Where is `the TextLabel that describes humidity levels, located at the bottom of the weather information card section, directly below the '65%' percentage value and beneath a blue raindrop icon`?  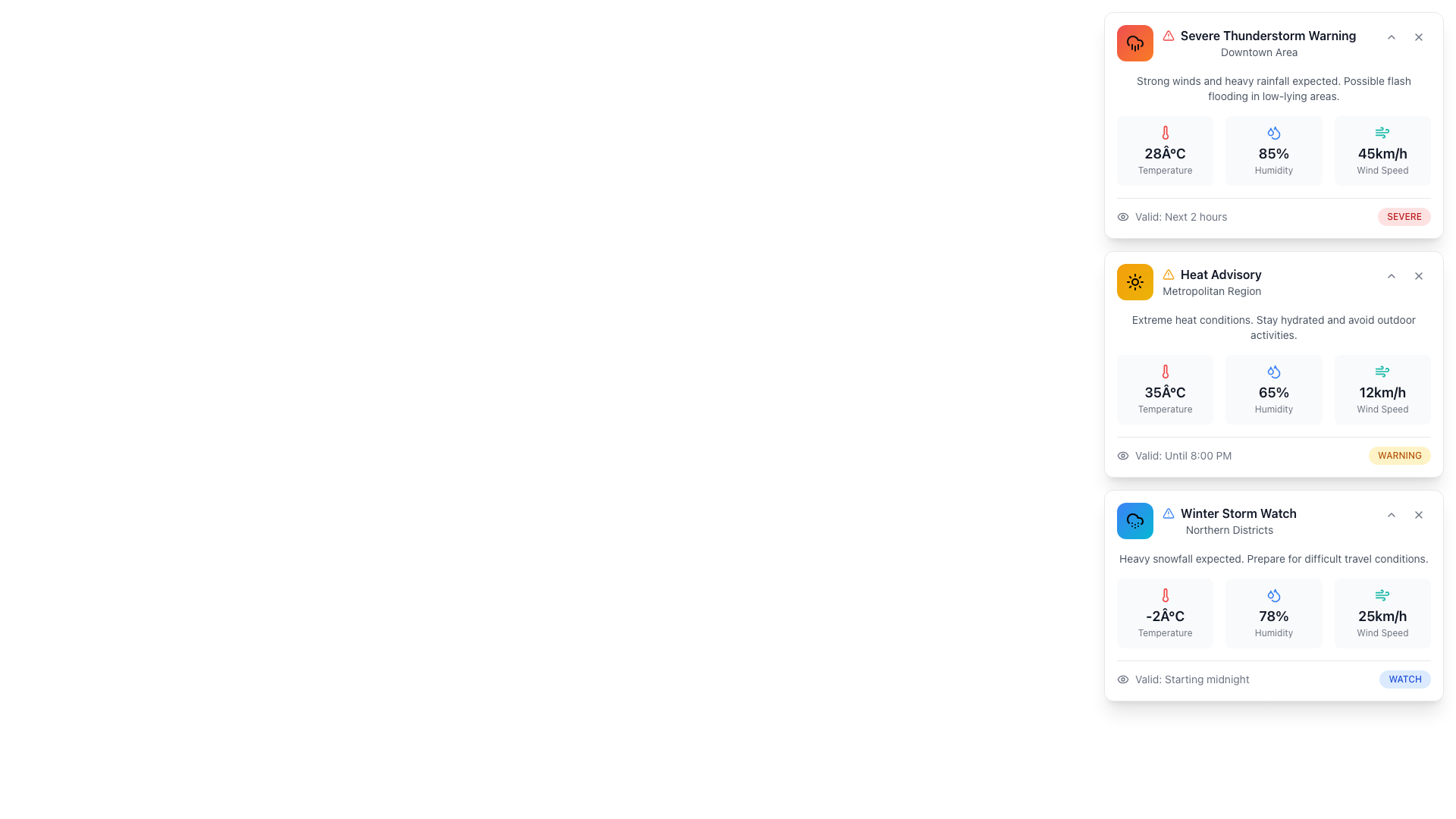
the TextLabel that describes humidity levels, located at the bottom of the weather information card section, directly below the '65%' percentage value and beneath a blue raindrop icon is located at coordinates (1274, 409).